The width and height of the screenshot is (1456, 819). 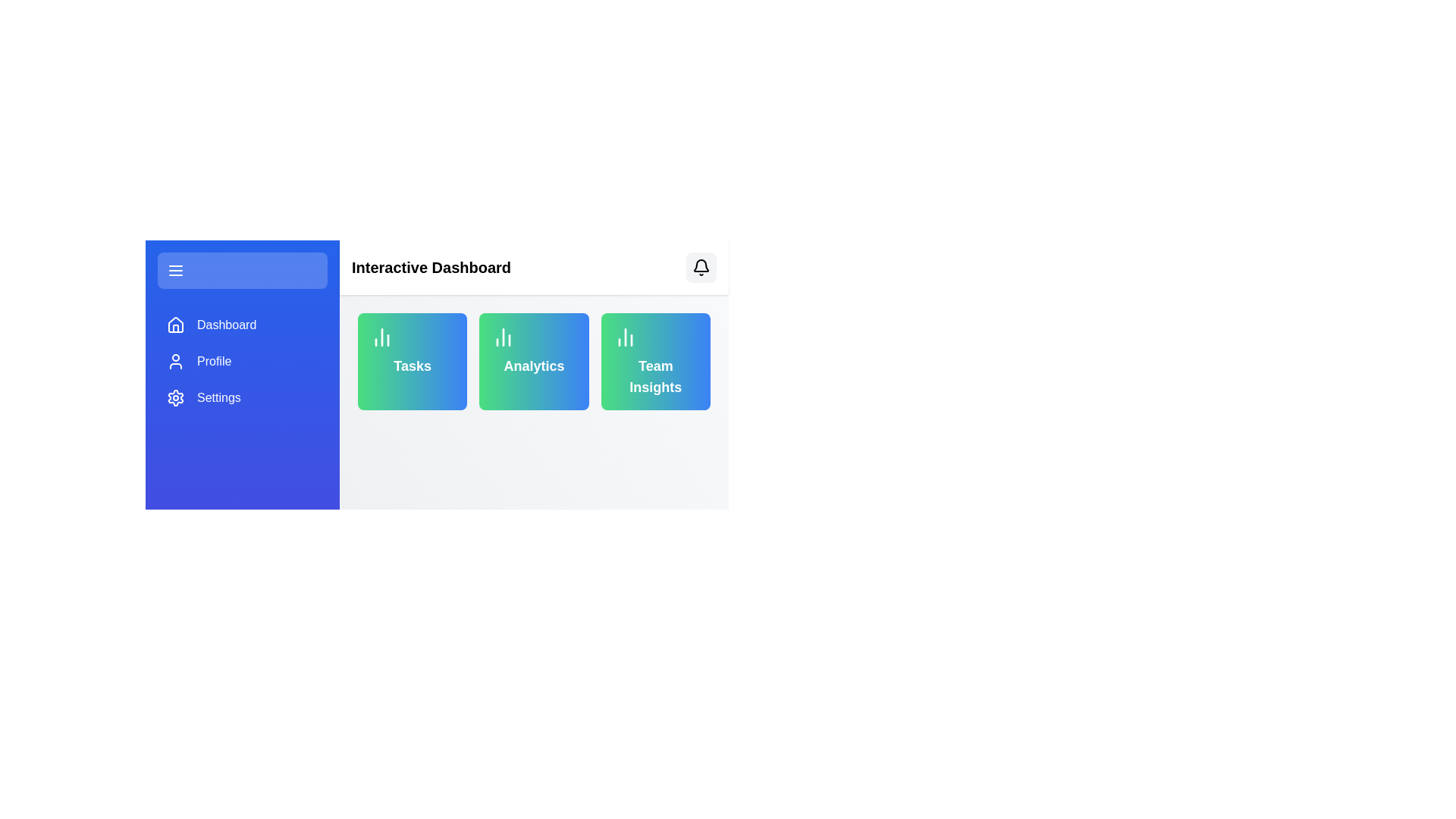 I want to click on the 'Team Insights' card, so click(x=655, y=362).